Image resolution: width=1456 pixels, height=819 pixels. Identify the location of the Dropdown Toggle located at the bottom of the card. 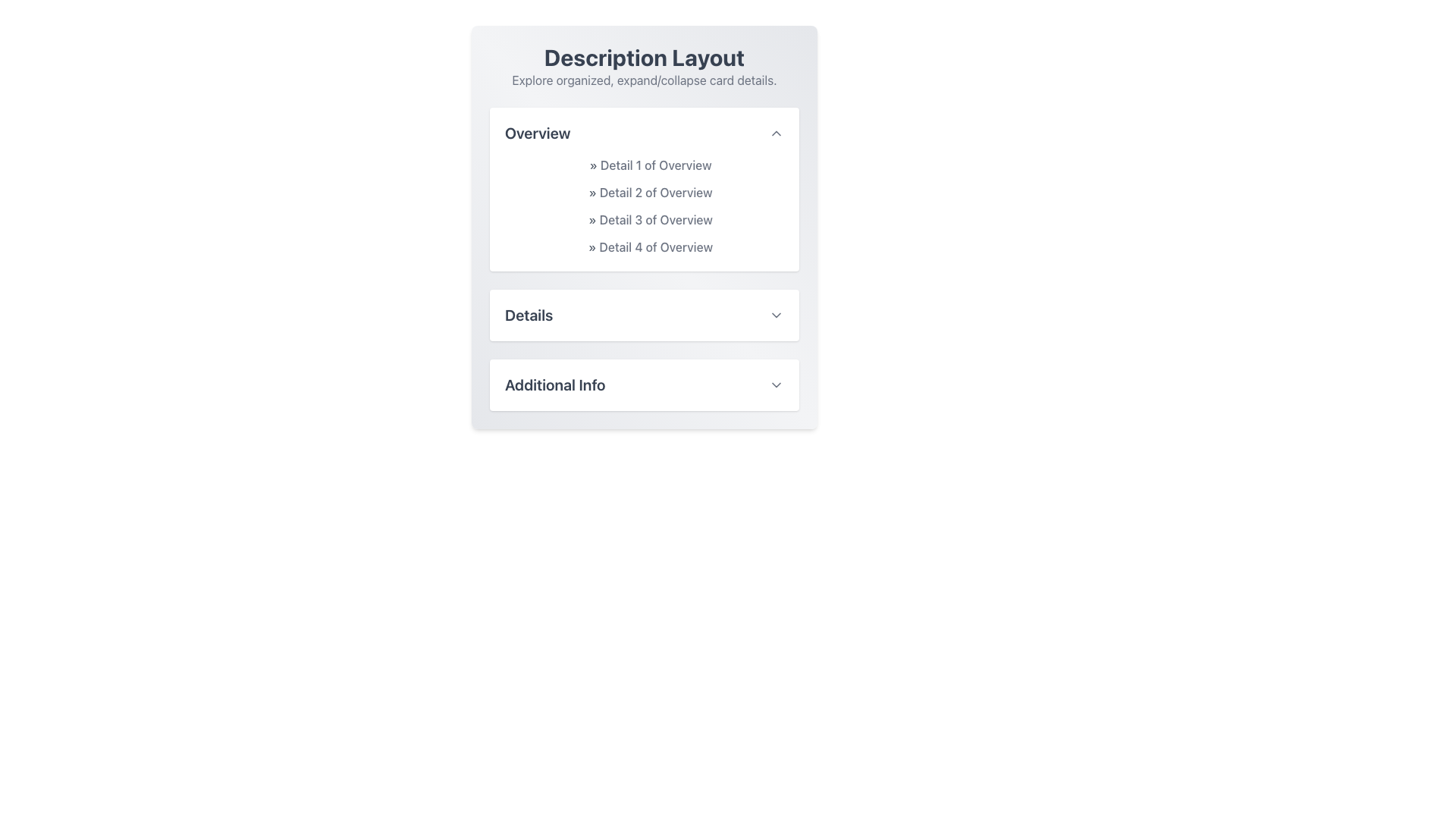
(644, 384).